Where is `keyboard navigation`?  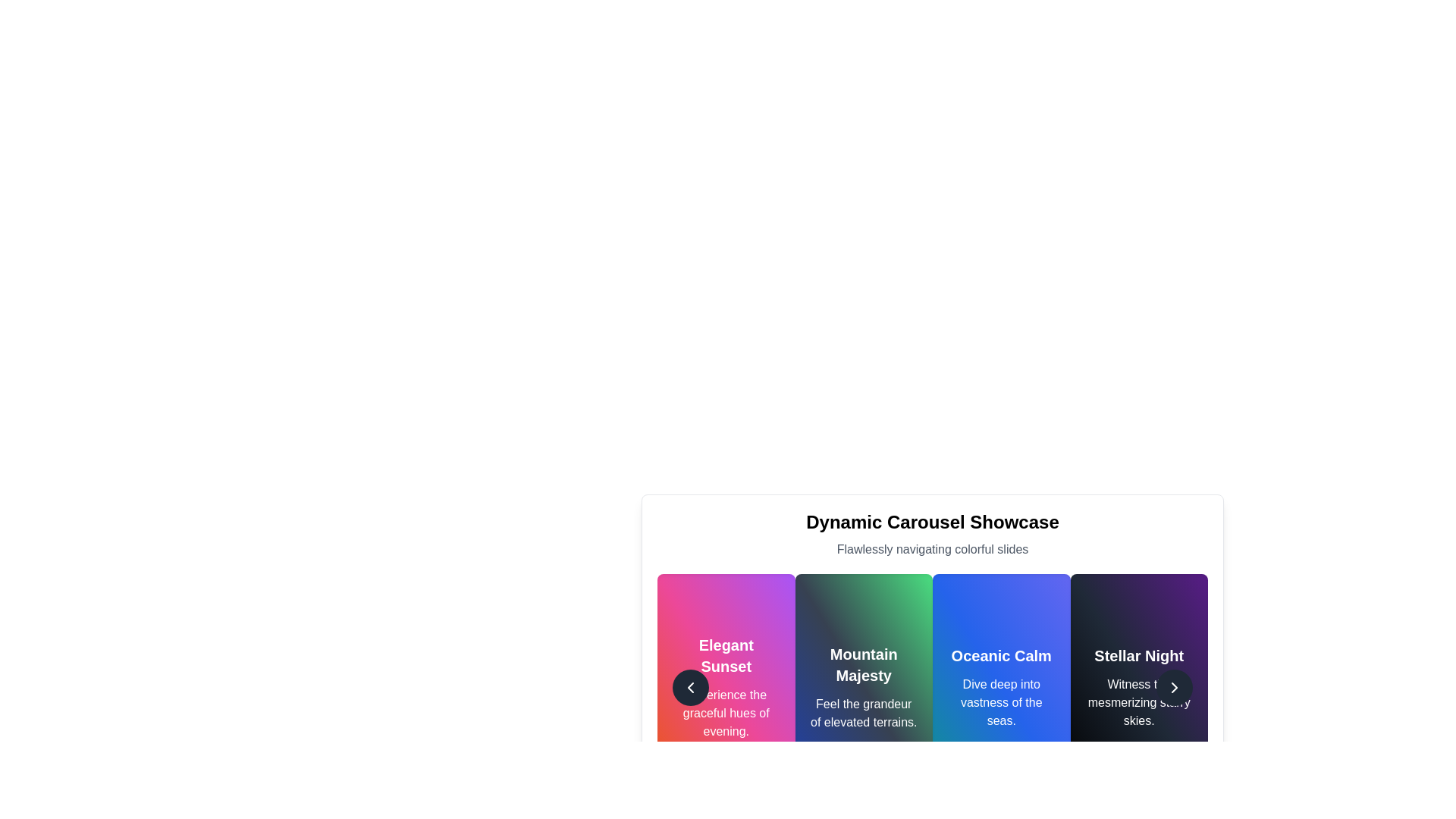
keyboard navigation is located at coordinates (864, 687).